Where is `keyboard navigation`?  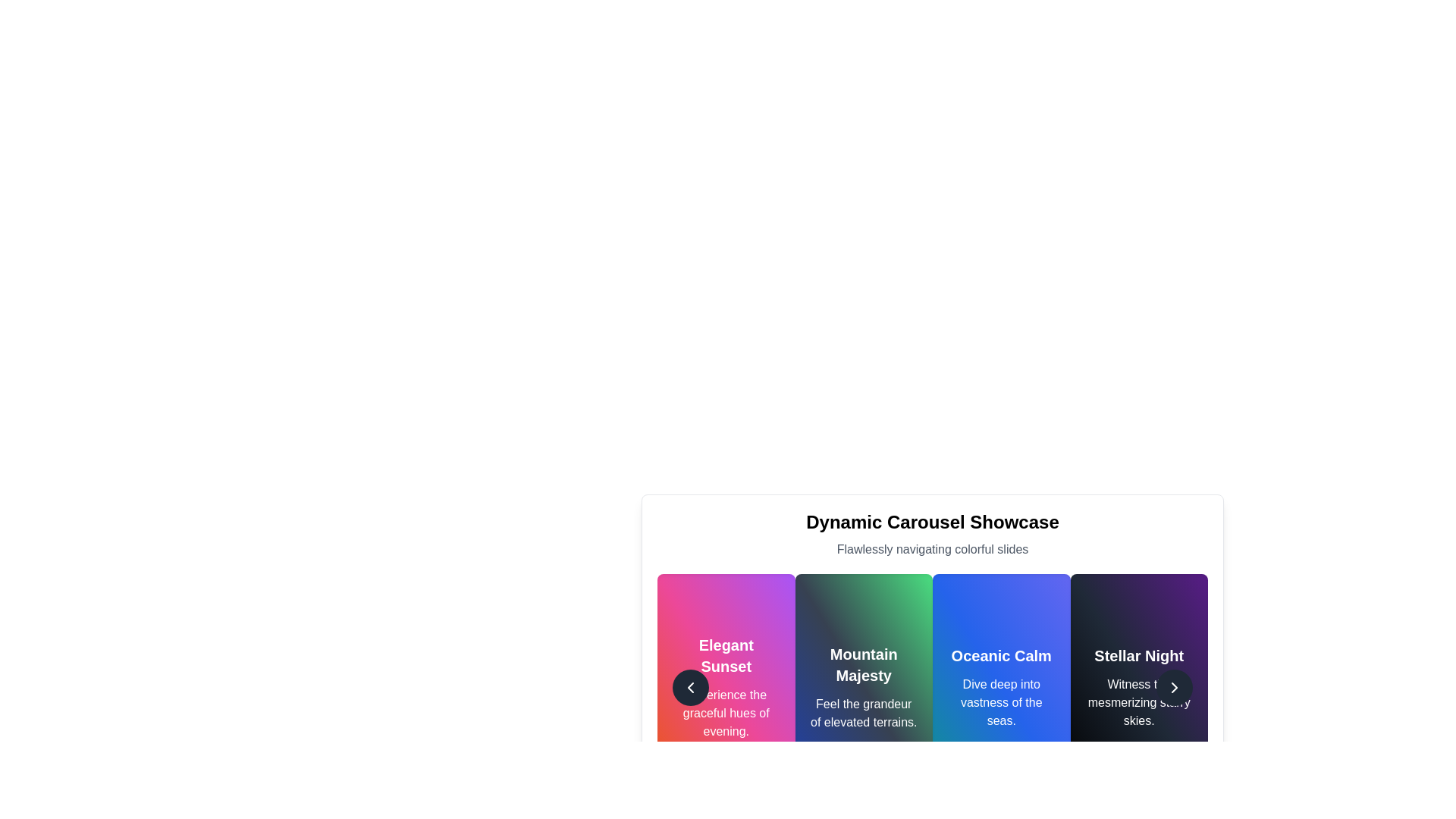
keyboard navigation is located at coordinates (864, 687).